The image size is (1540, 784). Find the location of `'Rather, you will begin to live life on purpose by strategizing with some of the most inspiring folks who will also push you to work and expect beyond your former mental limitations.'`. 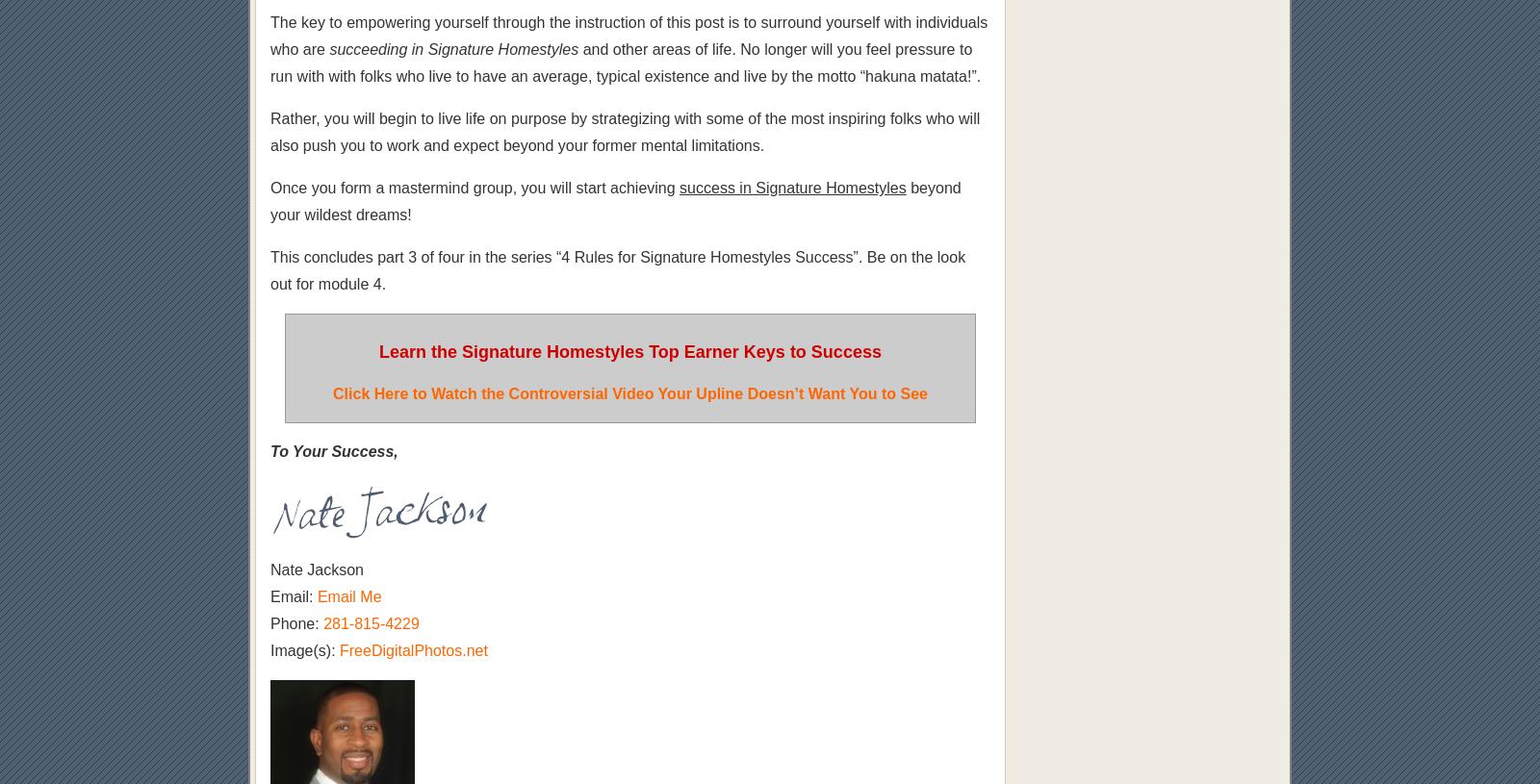

'Rather, you will begin to live life on purpose by strategizing with some of the most inspiring folks who will also push you to work and expect beyond your former mental limitations.' is located at coordinates (625, 132).